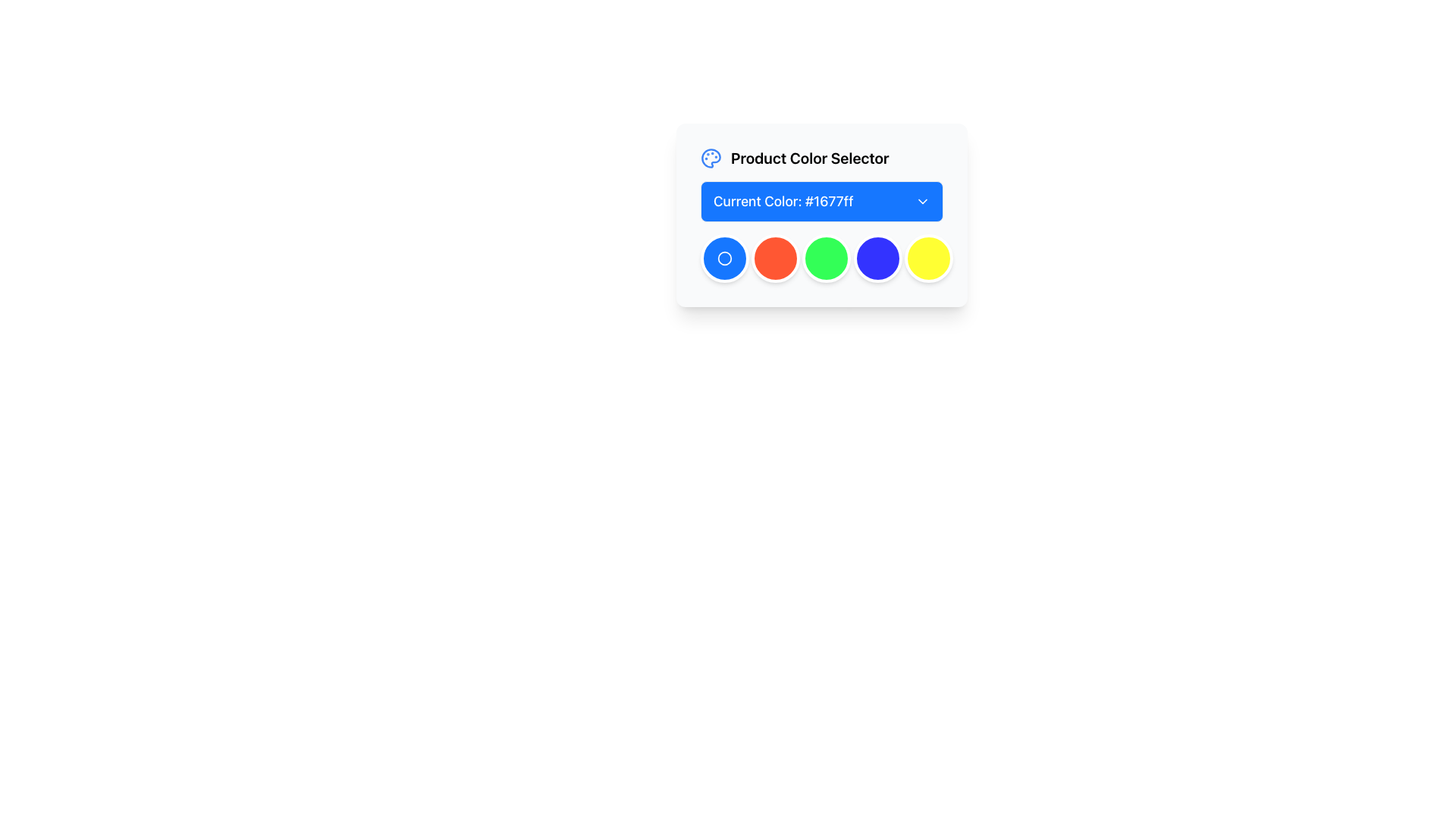 The height and width of the screenshot is (819, 1456). Describe the element at coordinates (877, 257) in the screenshot. I see `the fifth circular blue button with a white border in the color selection section` at that location.